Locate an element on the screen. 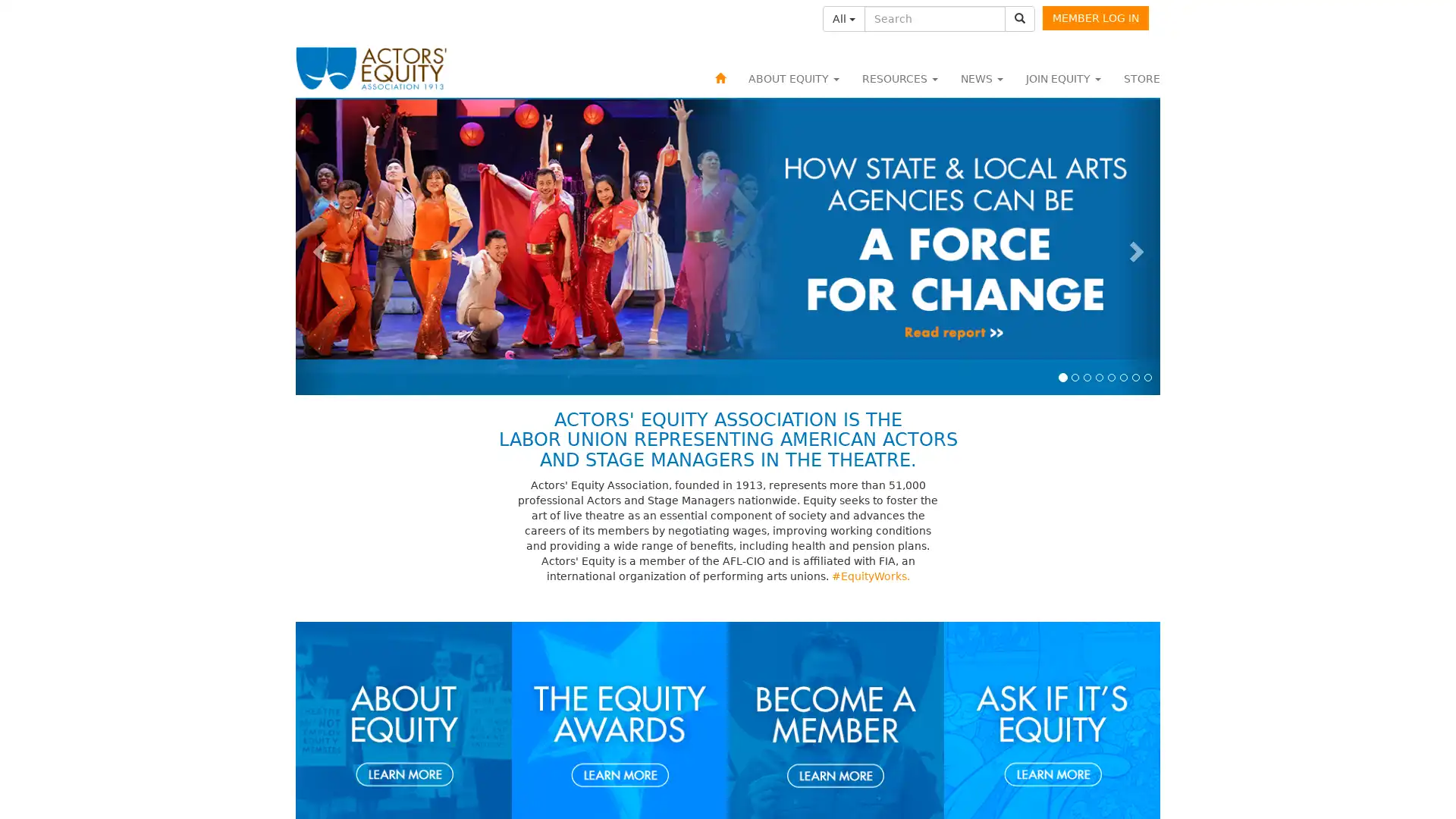  Previous is located at coordinates (316, 246).